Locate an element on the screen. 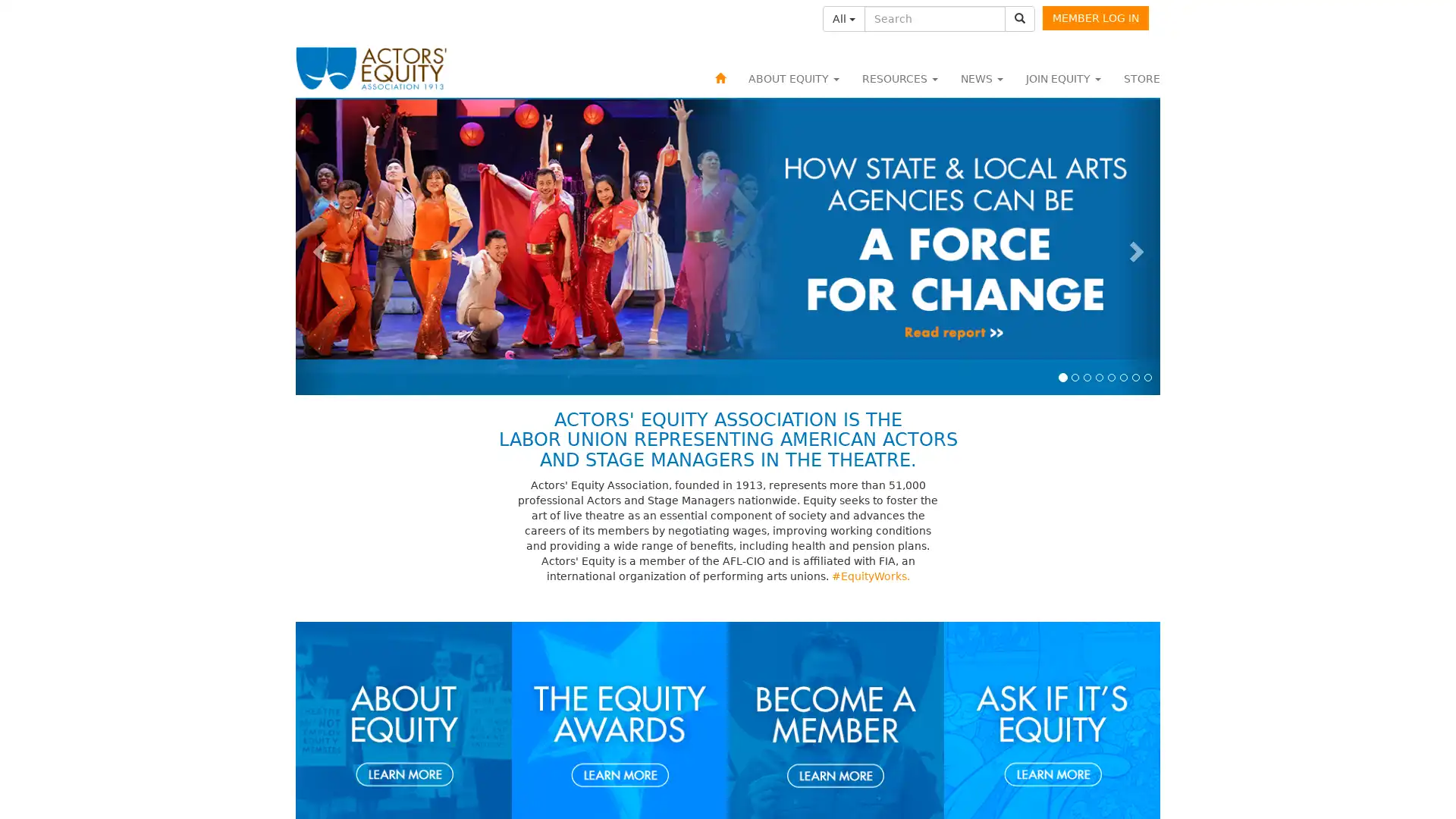  Previous is located at coordinates (316, 246).